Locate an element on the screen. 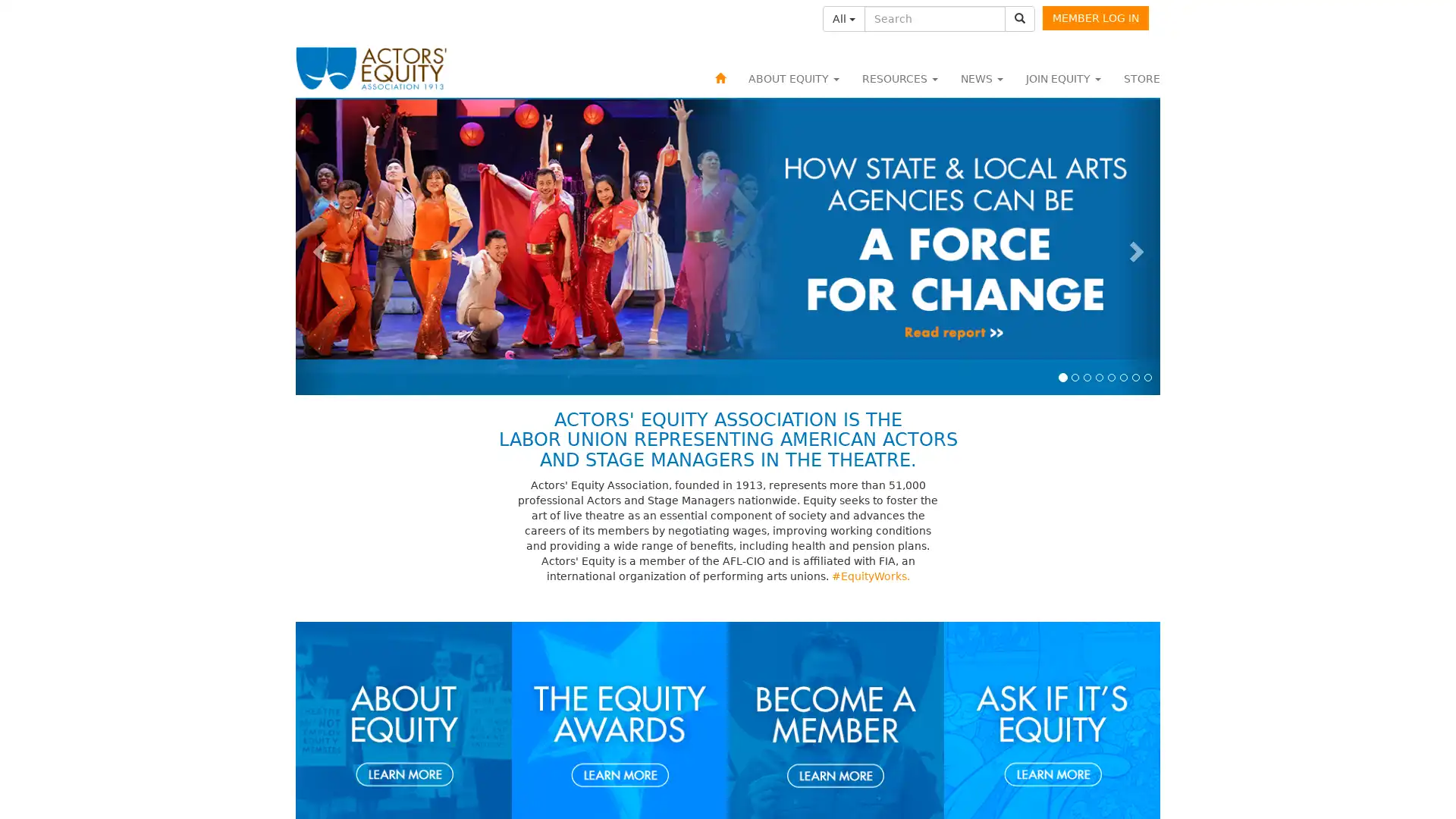  Previous is located at coordinates (316, 246).